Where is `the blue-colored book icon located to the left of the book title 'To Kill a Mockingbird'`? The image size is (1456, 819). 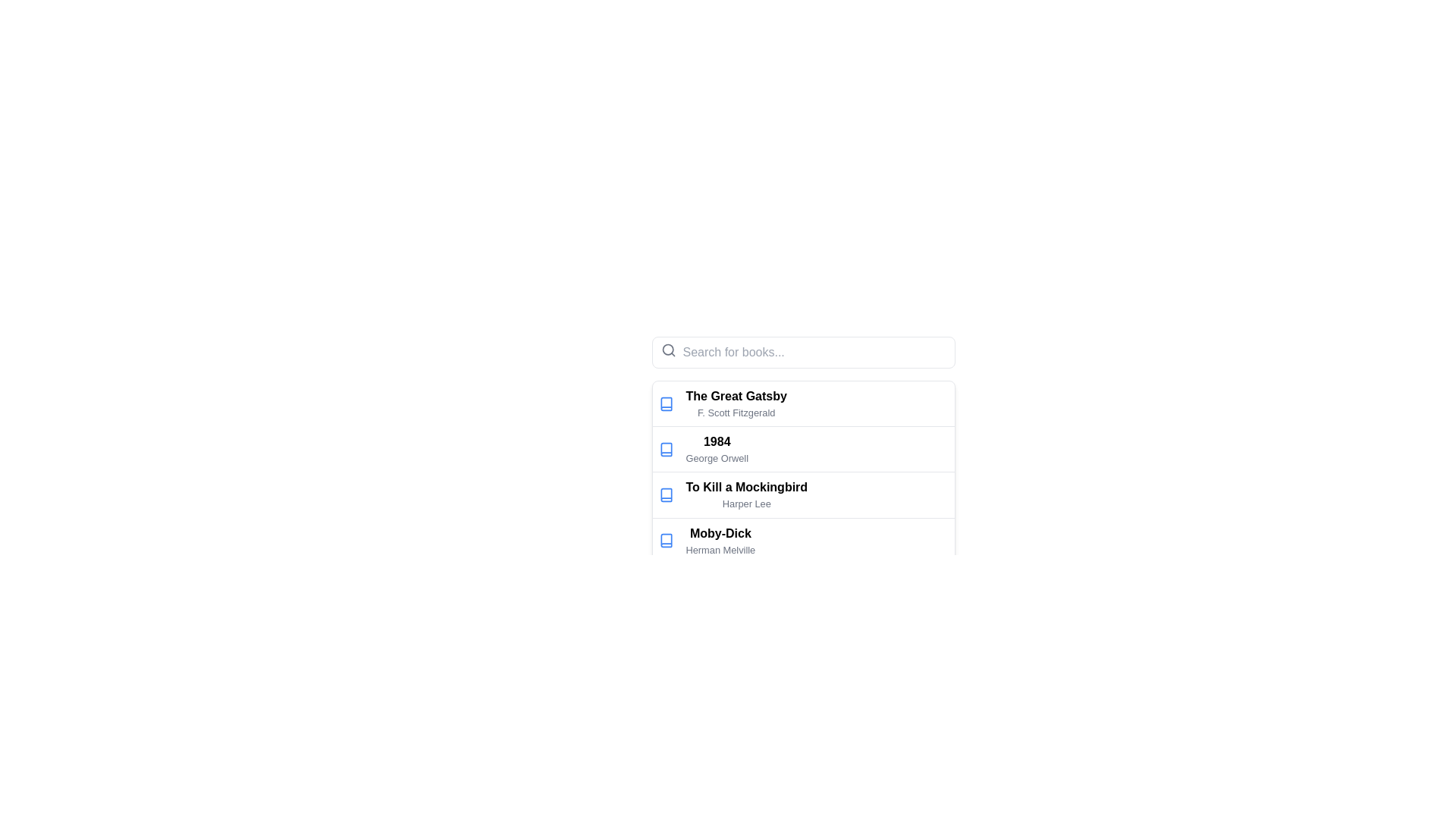 the blue-colored book icon located to the left of the book title 'To Kill a Mockingbird' is located at coordinates (666, 494).